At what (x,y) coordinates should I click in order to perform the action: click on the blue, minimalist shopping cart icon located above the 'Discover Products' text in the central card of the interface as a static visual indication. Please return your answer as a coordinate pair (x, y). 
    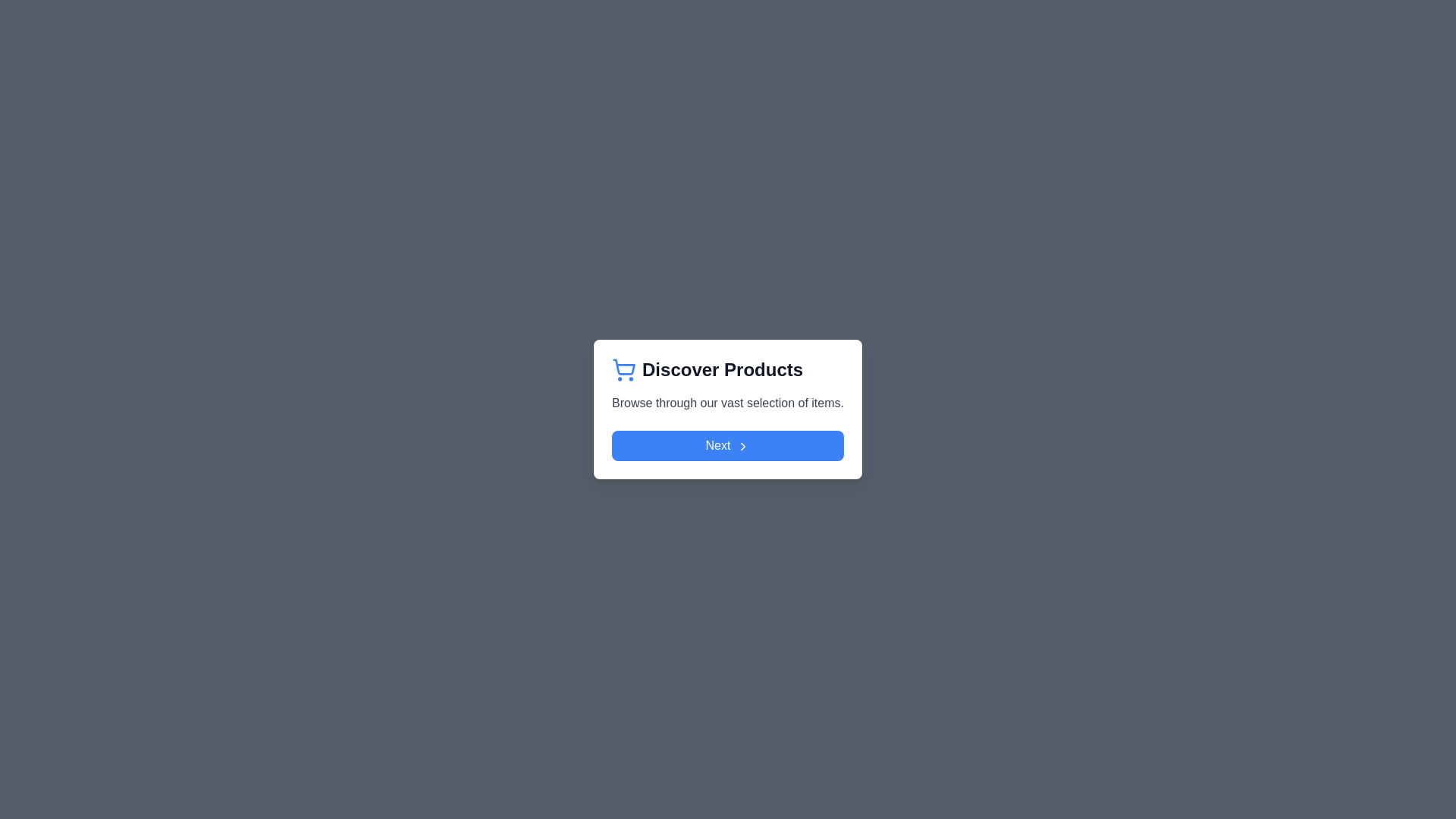
    Looking at the image, I should click on (624, 367).